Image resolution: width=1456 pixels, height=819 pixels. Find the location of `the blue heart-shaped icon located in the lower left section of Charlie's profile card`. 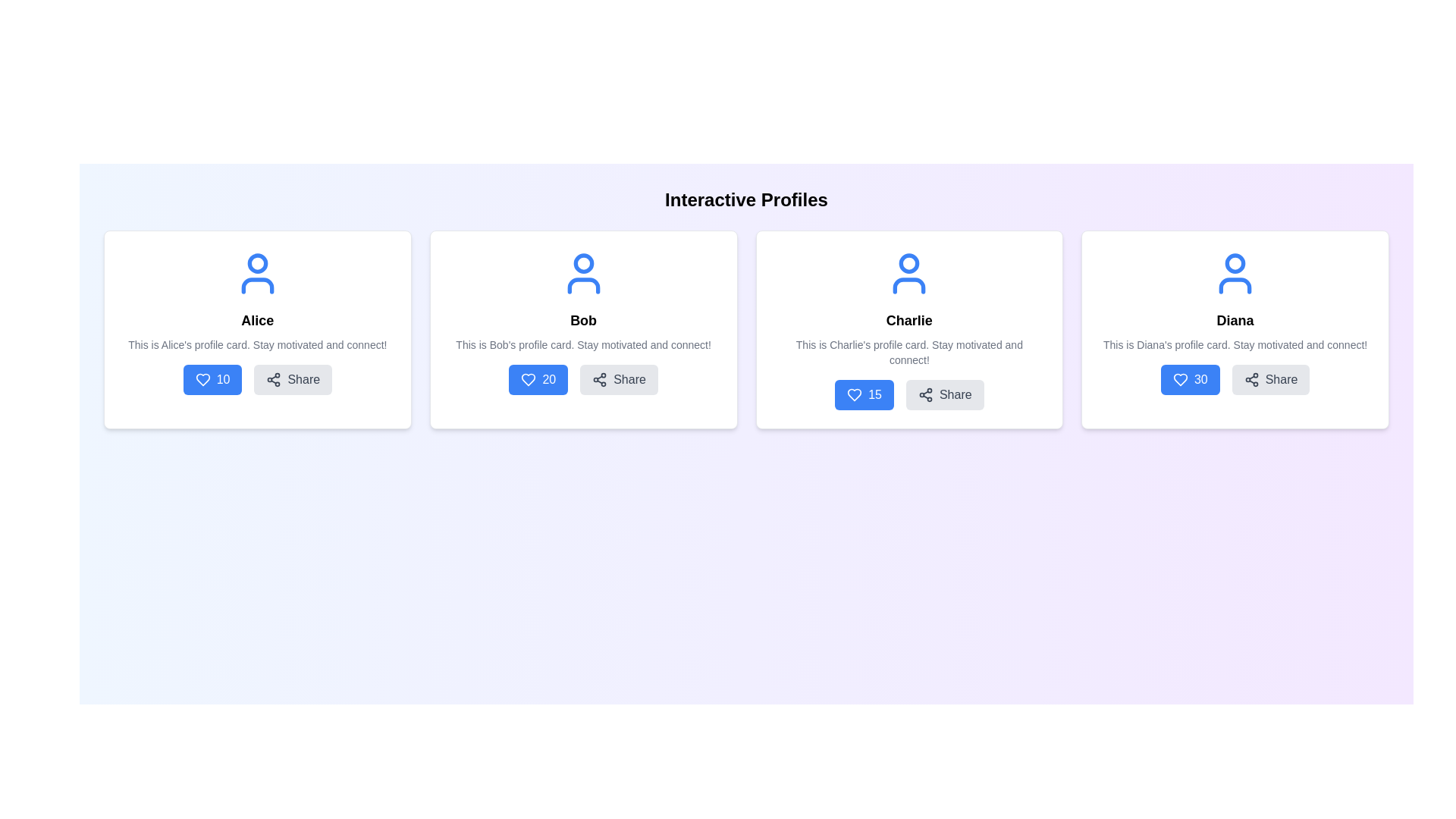

the blue heart-shaped icon located in the lower left section of Charlie's profile card is located at coordinates (855, 394).